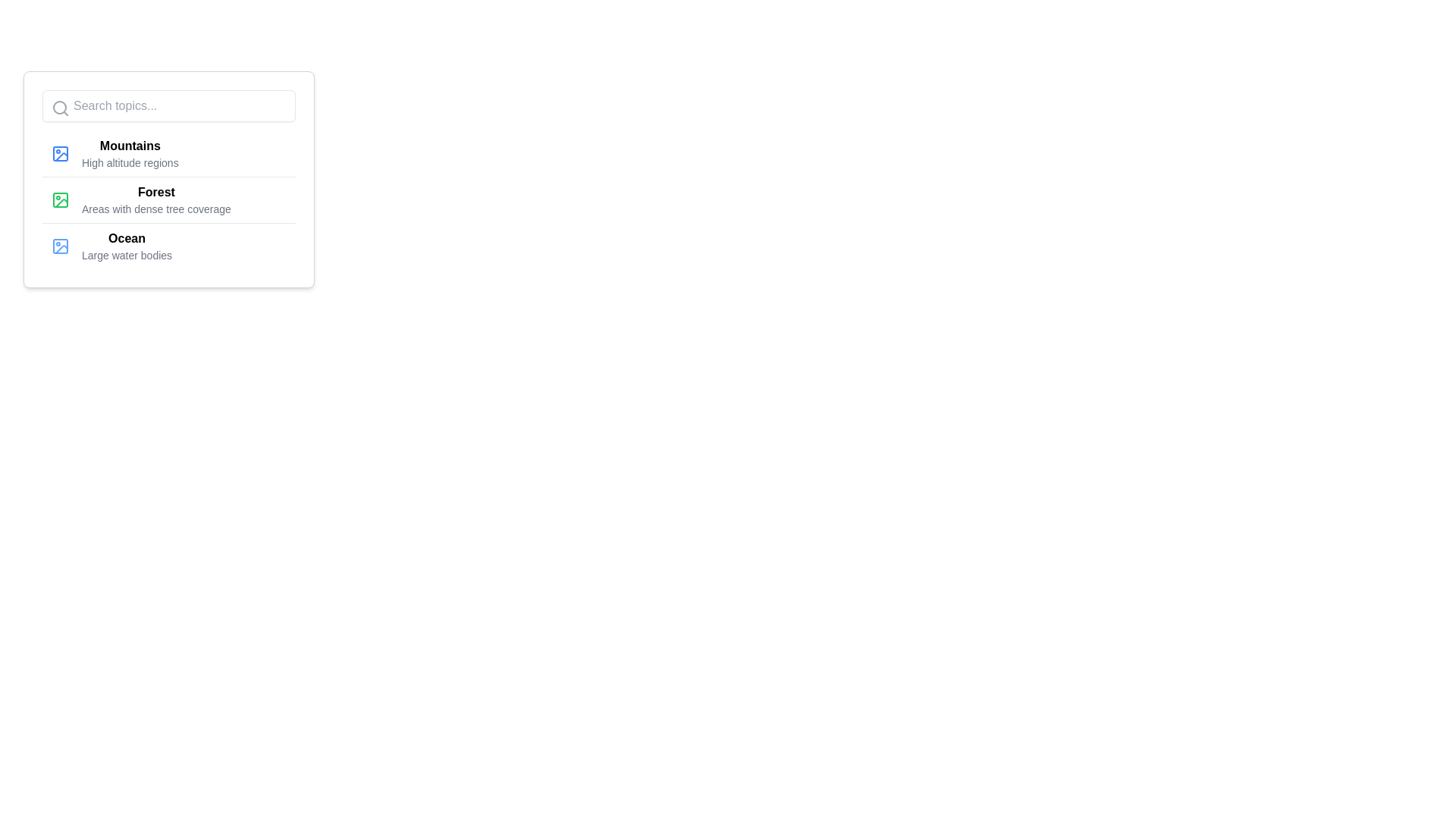 This screenshot has height=819, width=1456. What do you see at coordinates (168, 199) in the screenshot?
I see `the second item in the list that represents 'Forest' related topics` at bounding box center [168, 199].